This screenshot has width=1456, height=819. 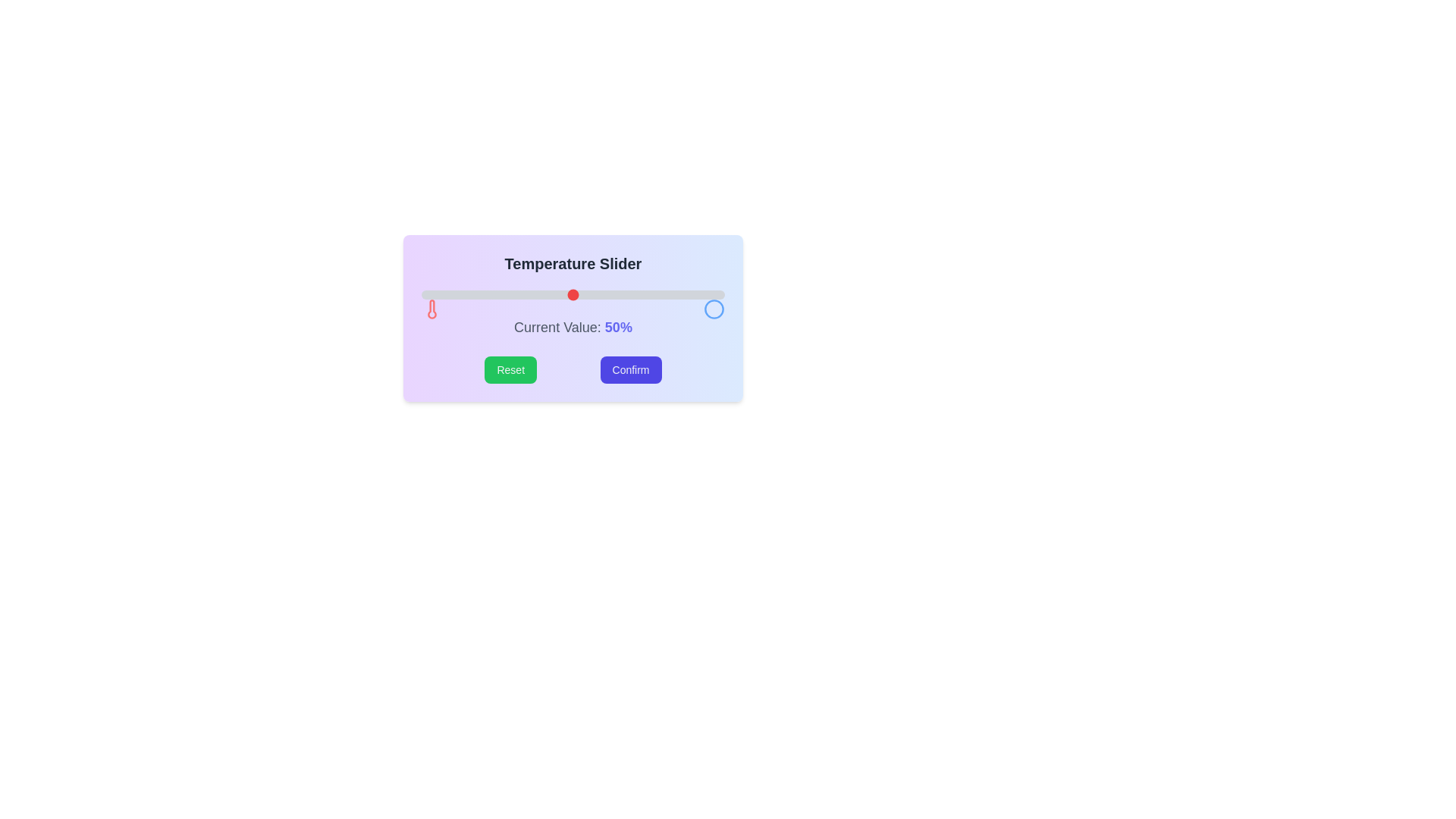 What do you see at coordinates (664, 295) in the screenshot?
I see `the slider to set the value to 80` at bounding box center [664, 295].